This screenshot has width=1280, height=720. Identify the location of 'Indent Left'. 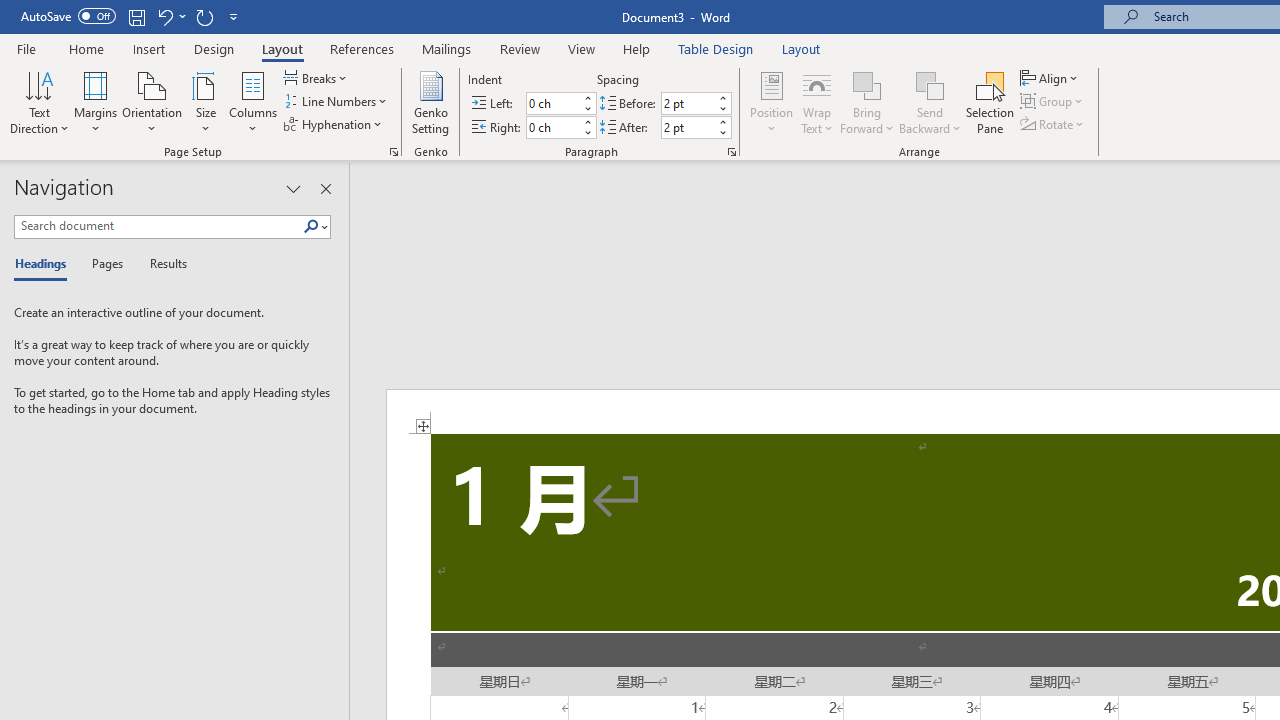
(552, 103).